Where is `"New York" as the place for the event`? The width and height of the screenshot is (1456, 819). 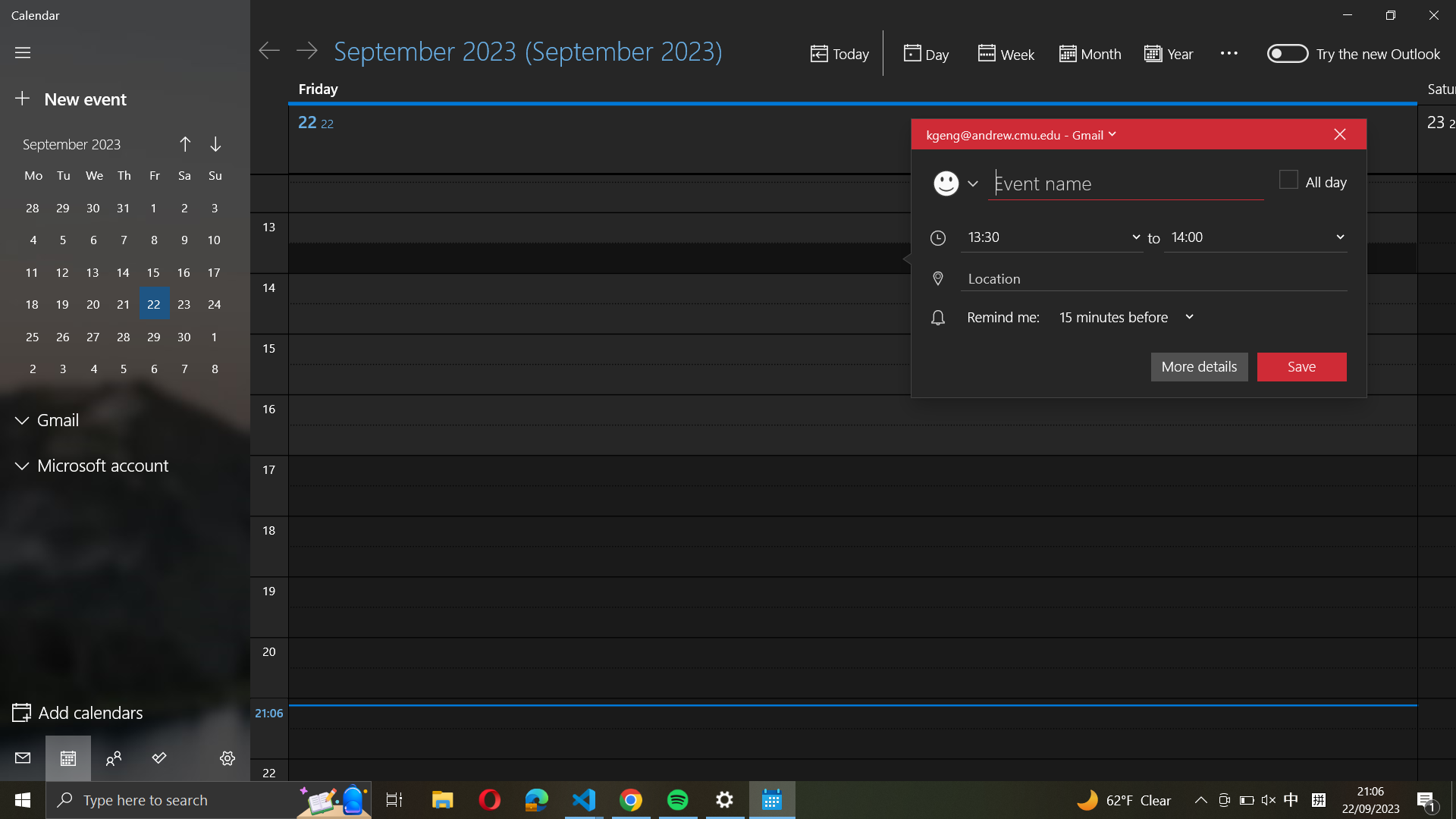 "New York" as the place for the event is located at coordinates (1150, 278).